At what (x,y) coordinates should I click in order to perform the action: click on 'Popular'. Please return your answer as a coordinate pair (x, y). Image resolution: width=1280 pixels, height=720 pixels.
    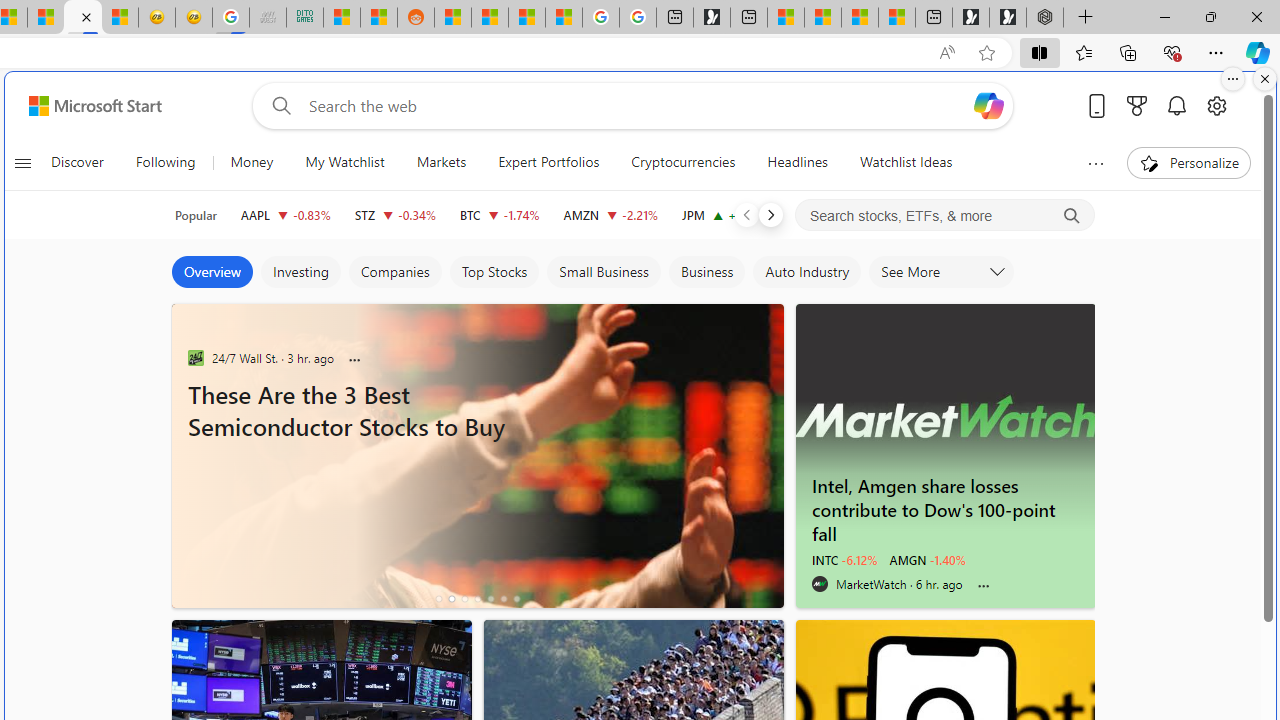
    Looking at the image, I should click on (196, 215).